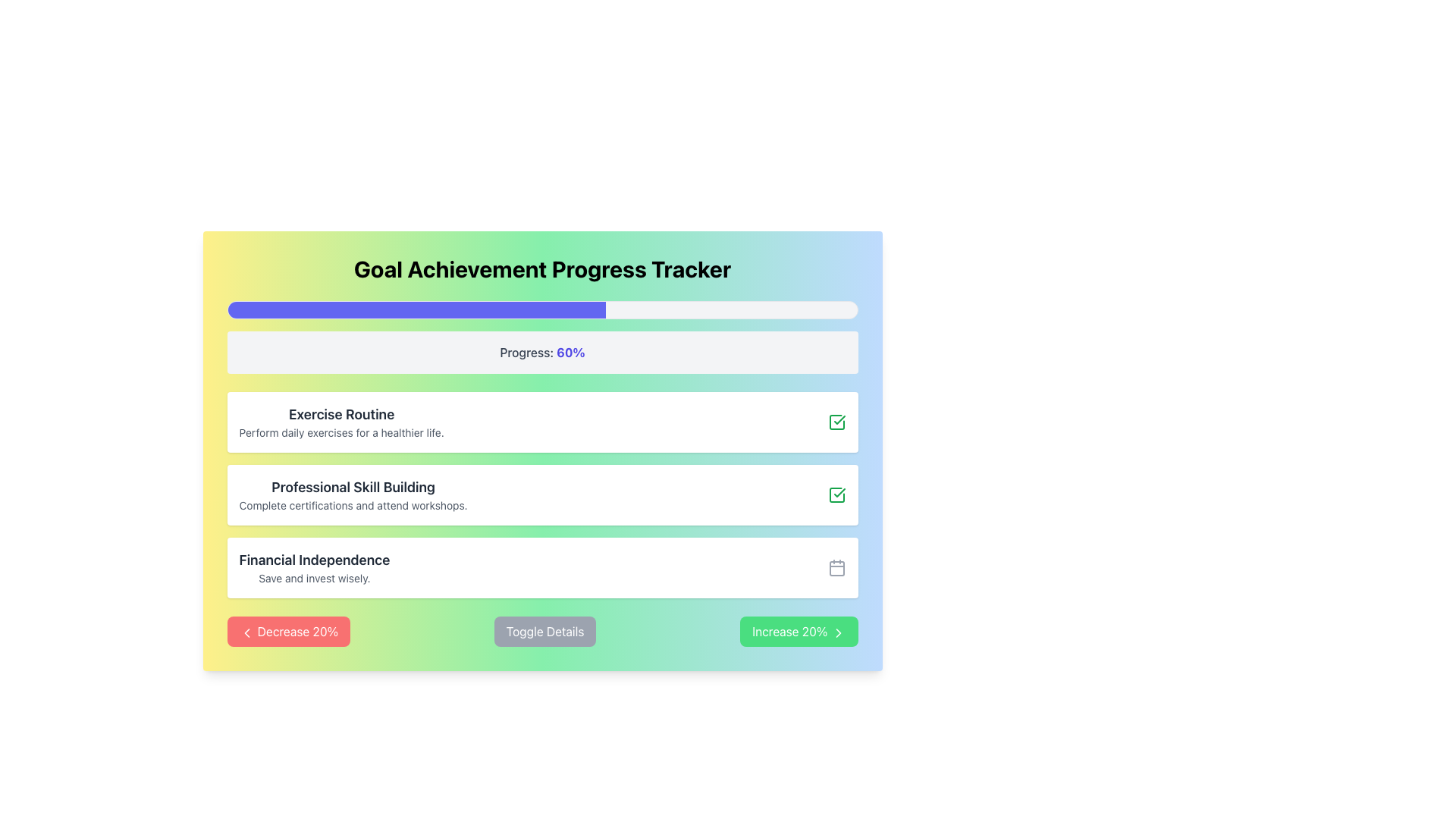 The height and width of the screenshot is (819, 1456). I want to click on text element that says 'Complete certifications and attend workshops.' located under the 'Professional Skill Building' section, so click(353, 506).